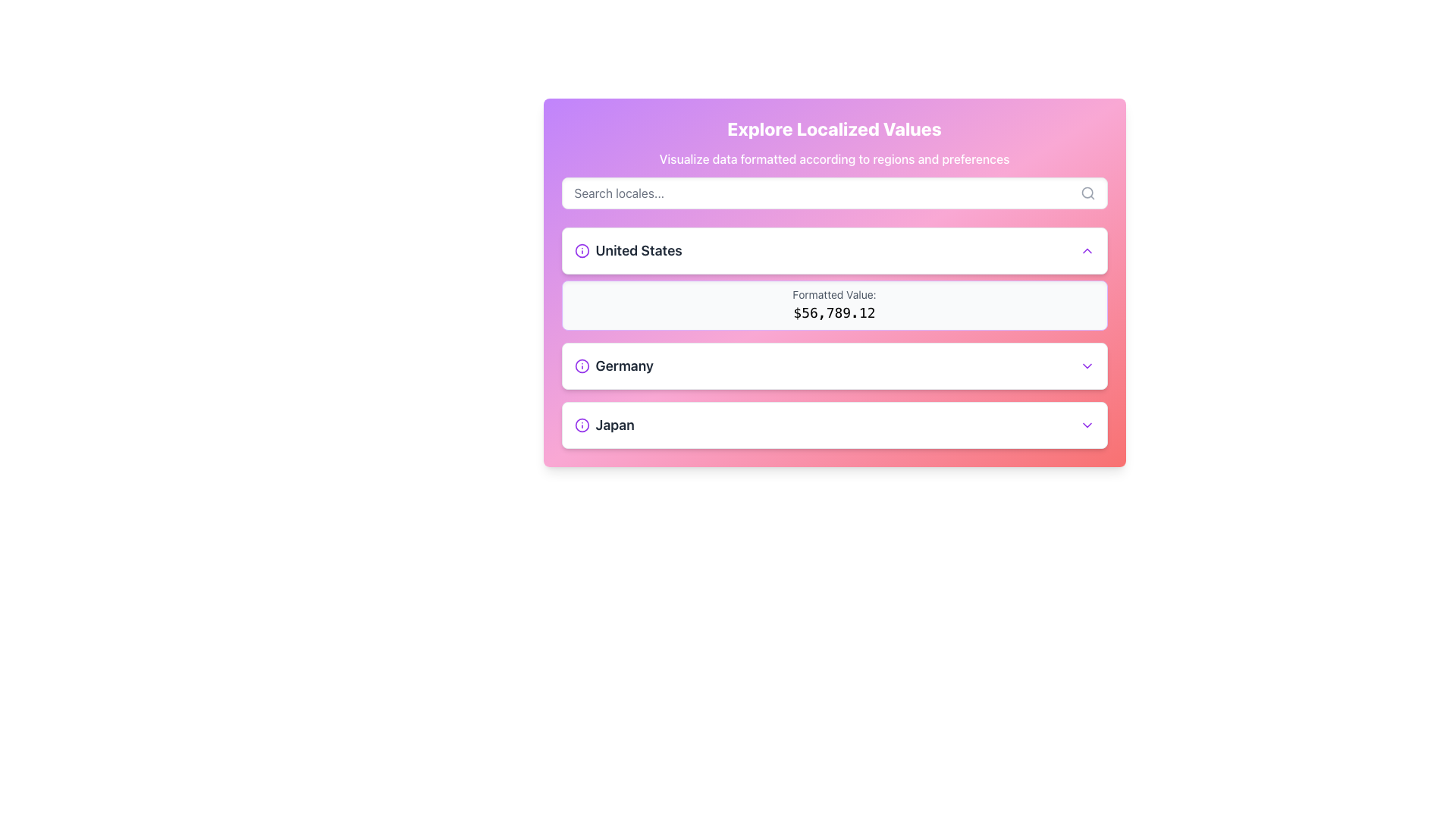  Describe the element at coordinates (581, 366) in the screenshot. I see `the circular icon with a purple border associated with the label 'Germany'` at that location.